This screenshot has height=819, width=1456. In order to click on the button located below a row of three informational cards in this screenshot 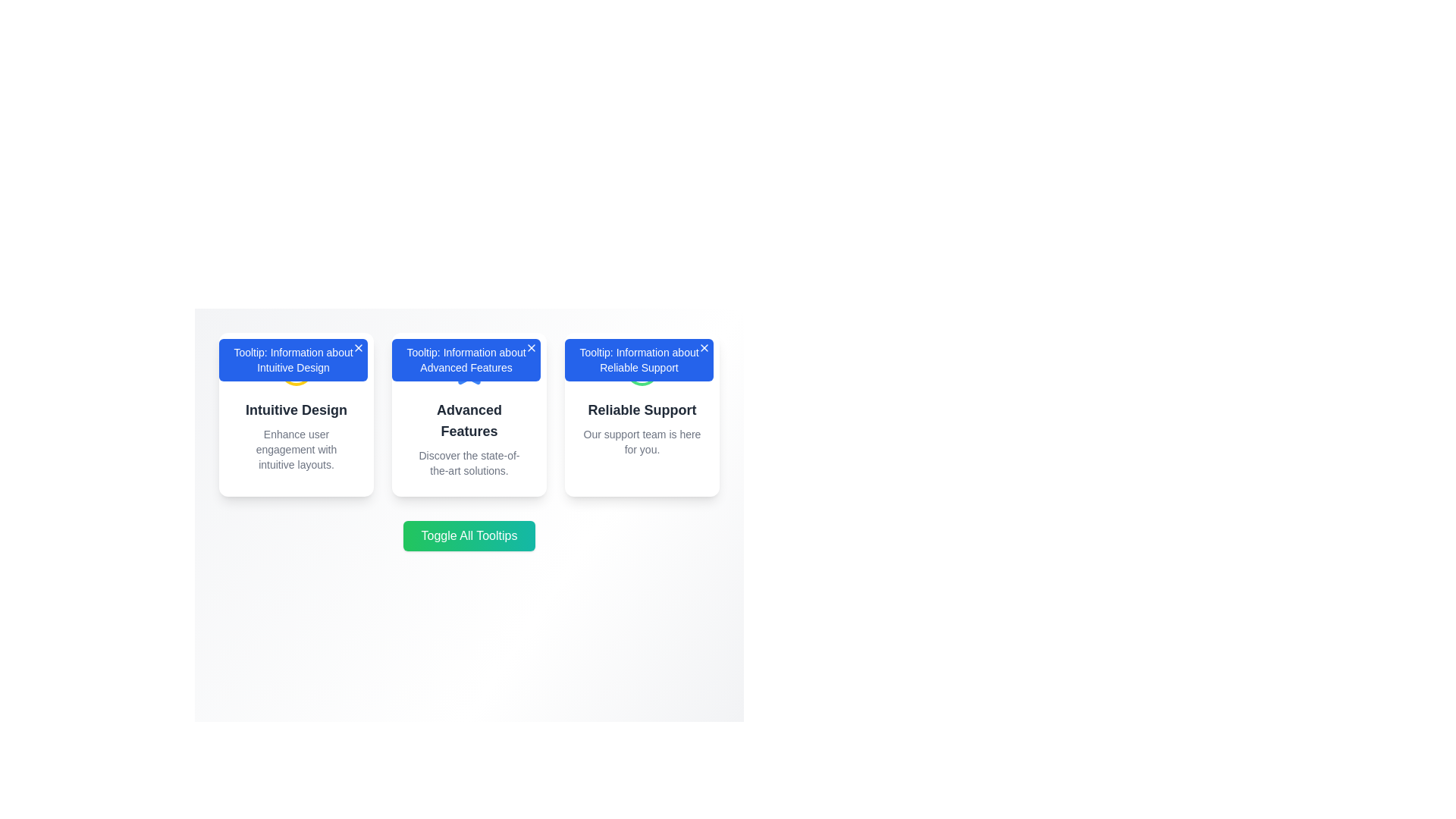, I will do `click(469, 535)`.